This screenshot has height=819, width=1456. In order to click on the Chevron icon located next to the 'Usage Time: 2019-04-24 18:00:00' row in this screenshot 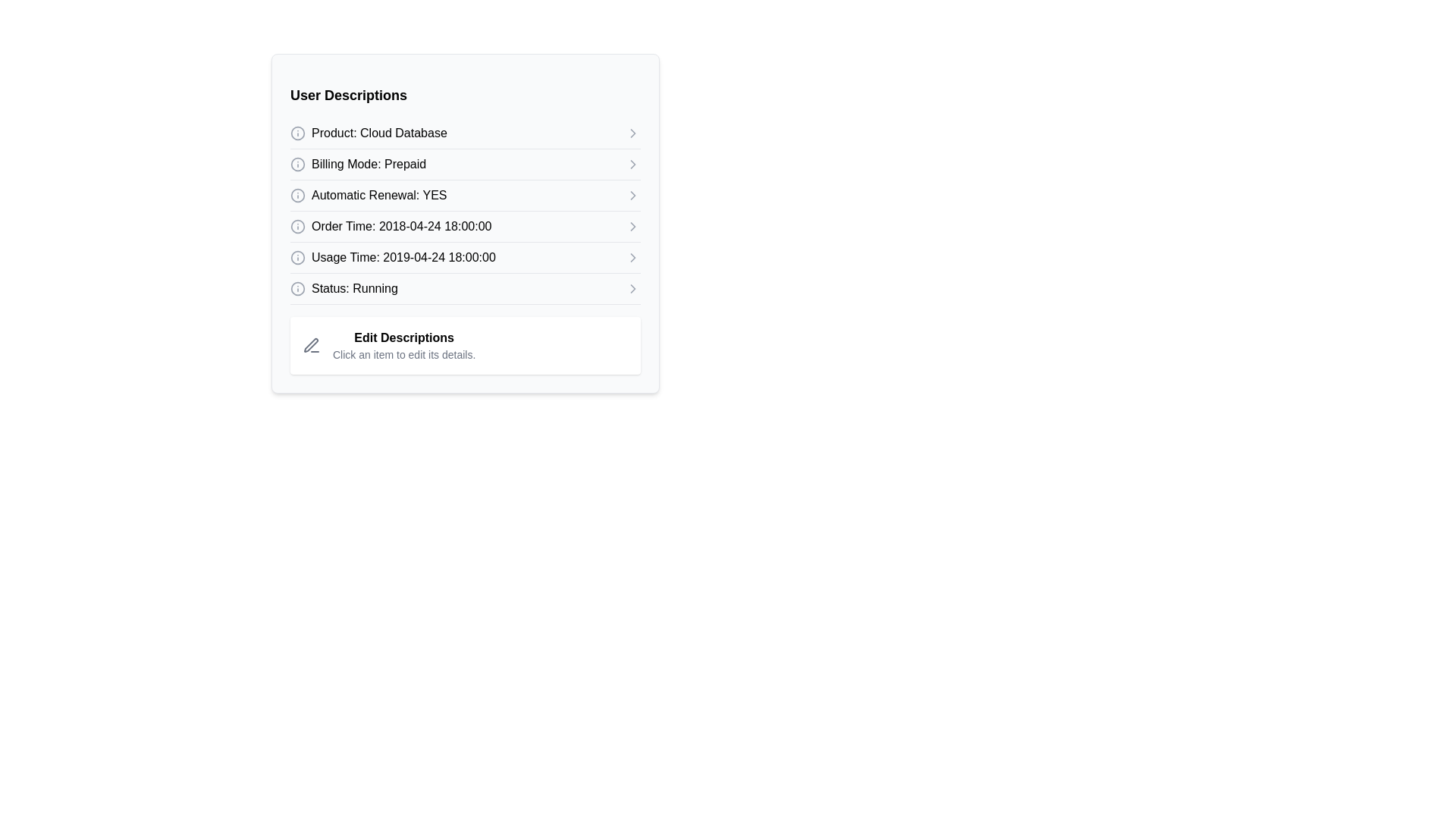, I will do `click(633, 256)`.